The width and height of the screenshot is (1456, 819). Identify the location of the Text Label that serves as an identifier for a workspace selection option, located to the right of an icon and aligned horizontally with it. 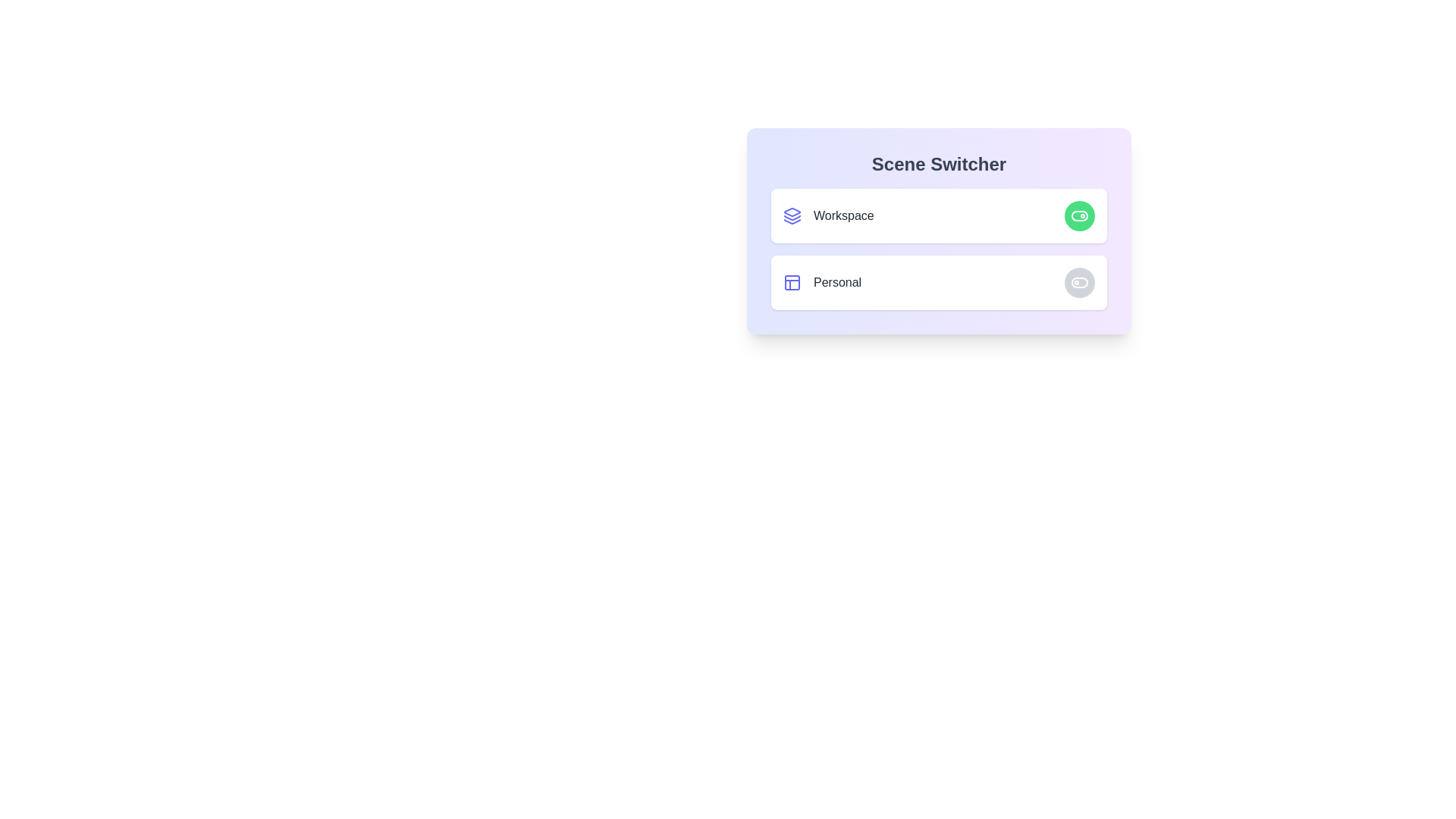
(843, 216).